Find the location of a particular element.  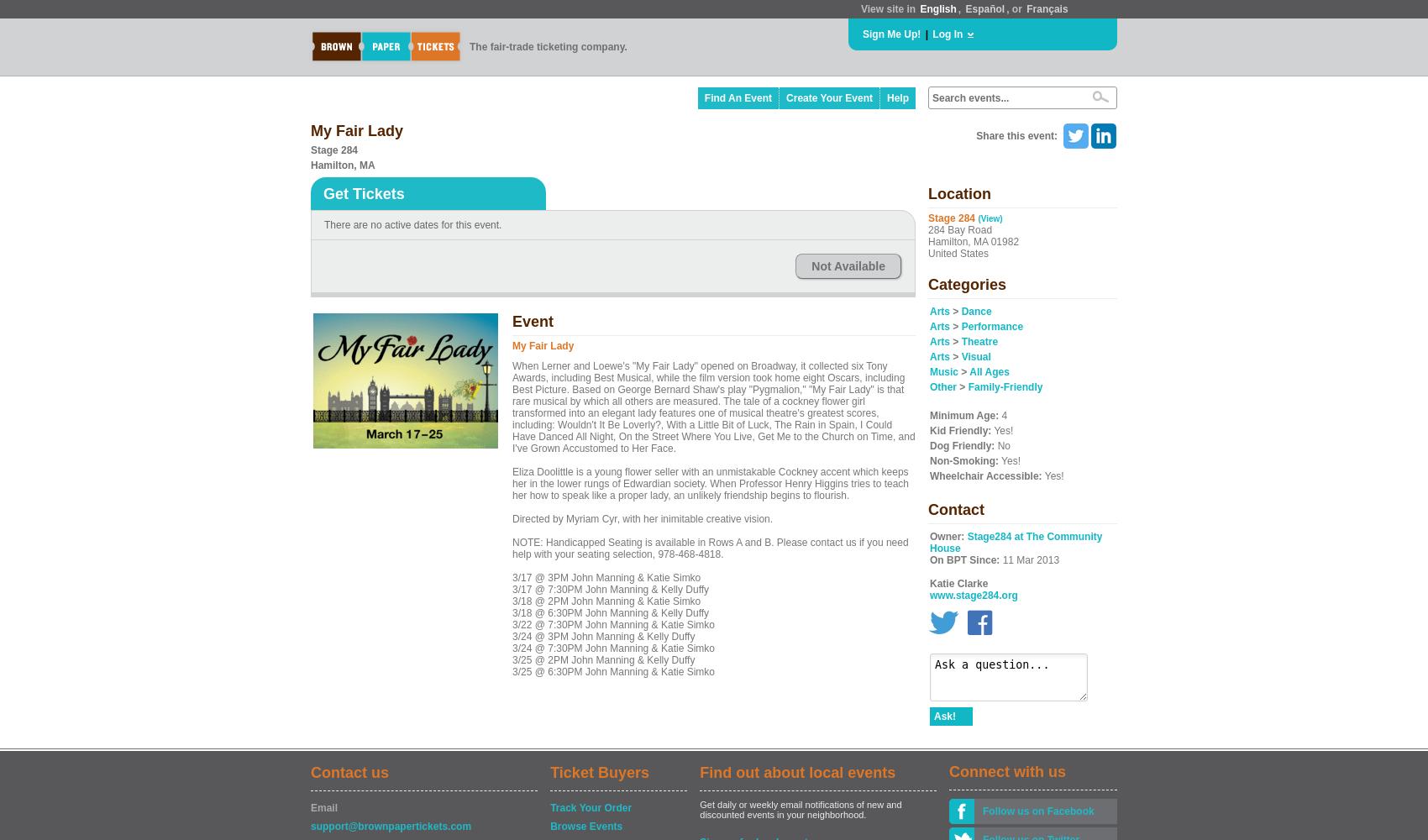

'Français' is located at coordinates (1046, 9).